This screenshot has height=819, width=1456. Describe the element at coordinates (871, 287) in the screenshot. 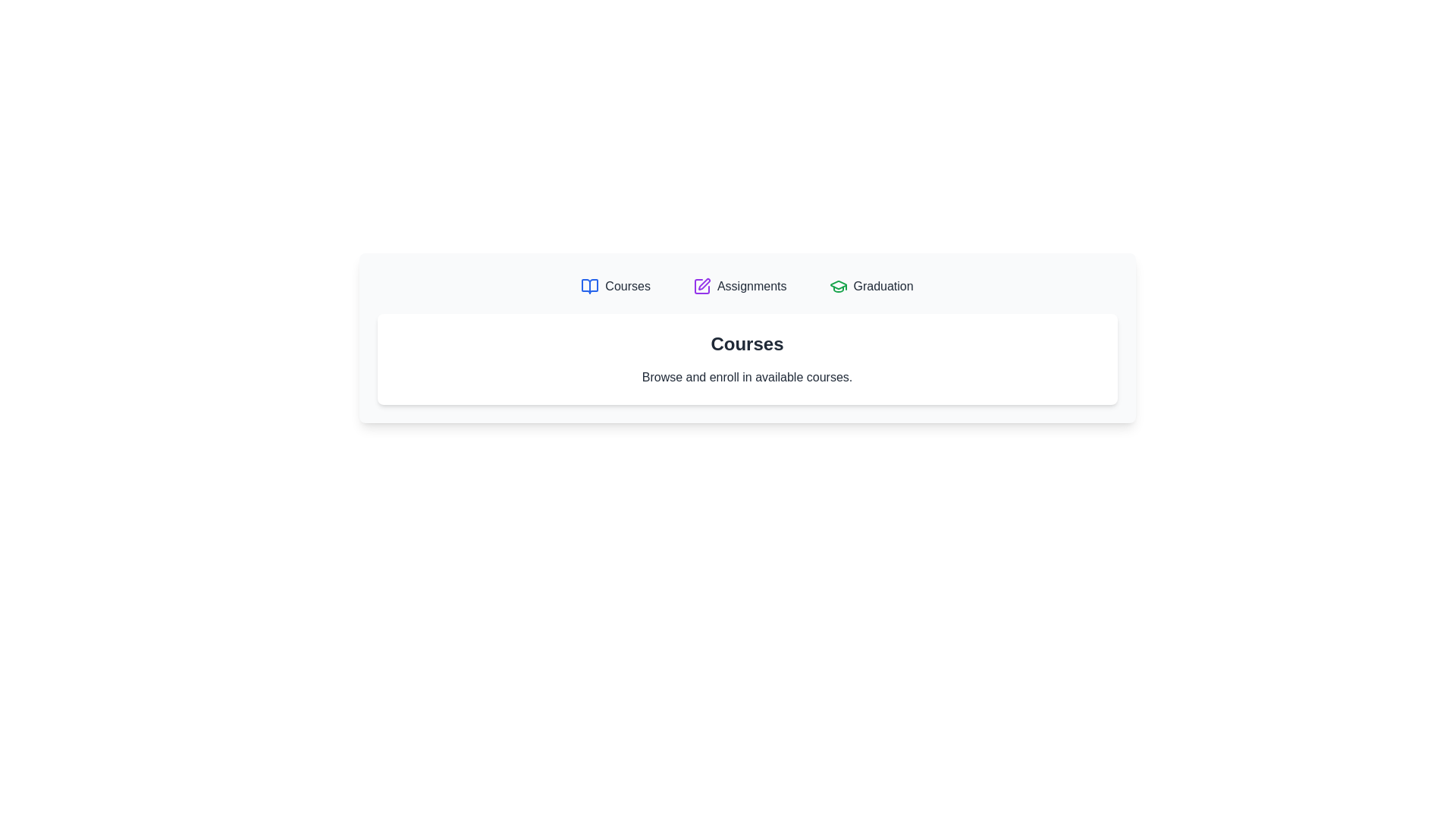

I see `the Graduation tab by clicking on its corresponding button` at that location.